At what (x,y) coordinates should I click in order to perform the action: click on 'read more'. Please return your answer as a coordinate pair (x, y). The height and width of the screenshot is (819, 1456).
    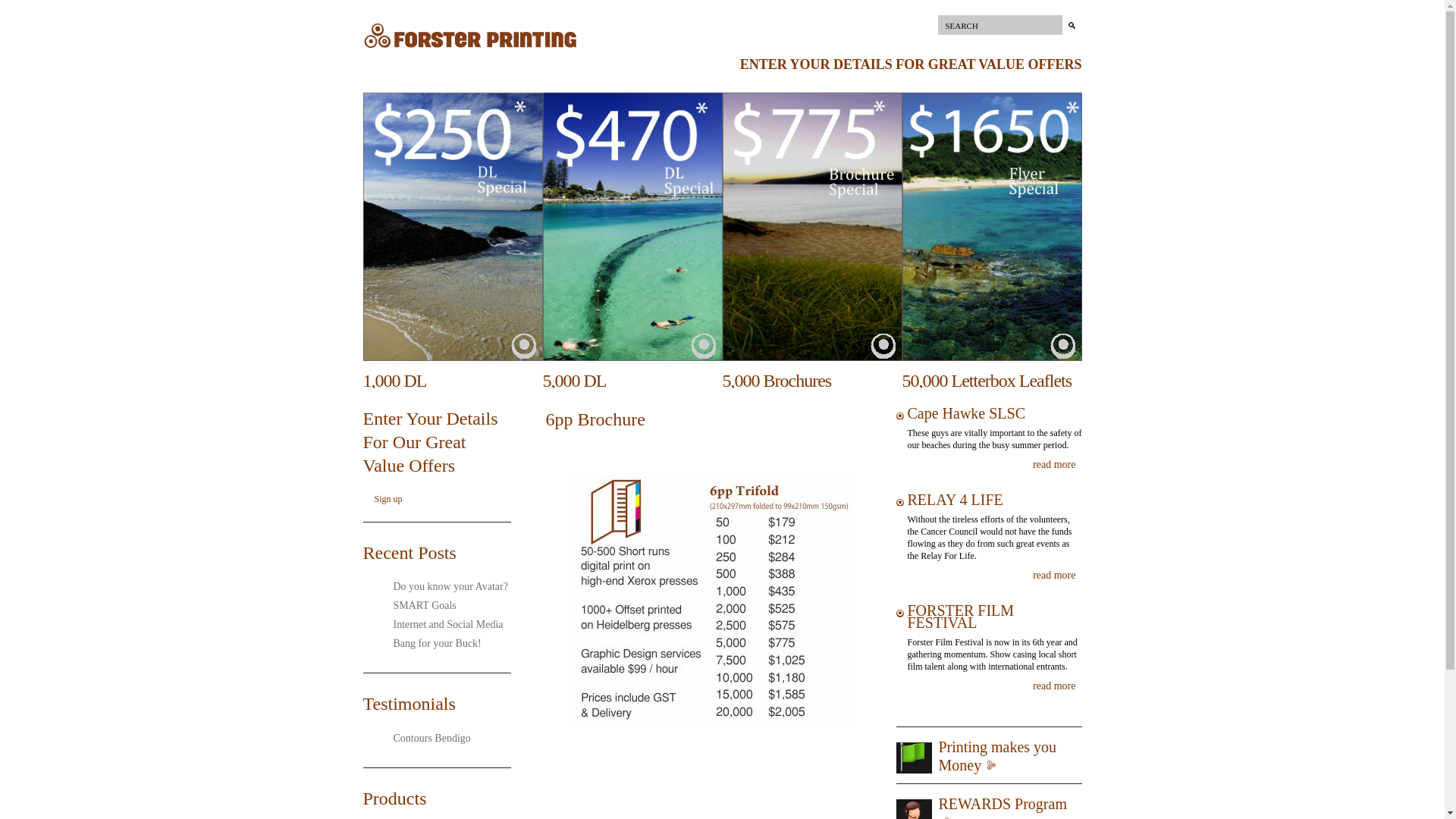
    Looking at the image, I should click on (1032, 464).